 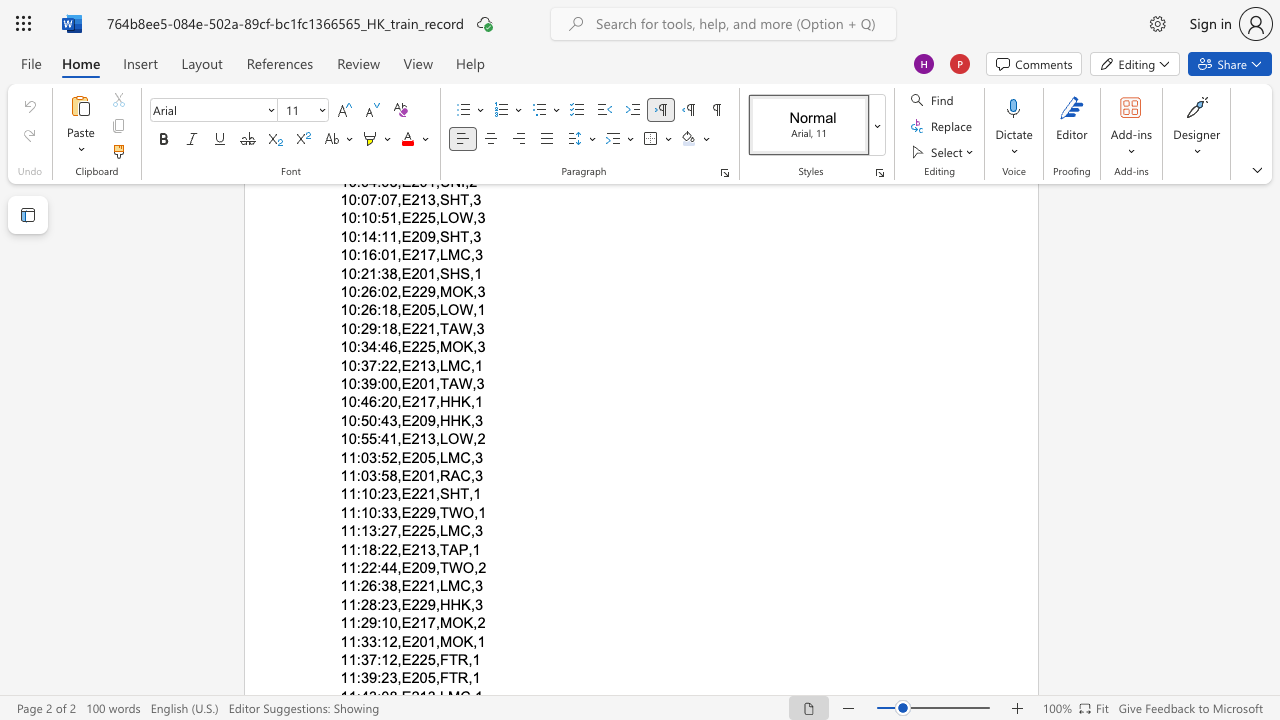 I want to click on the subset text ":4" within the text "10:55:41,E213,LOW,2", so click(x=377, y=438).